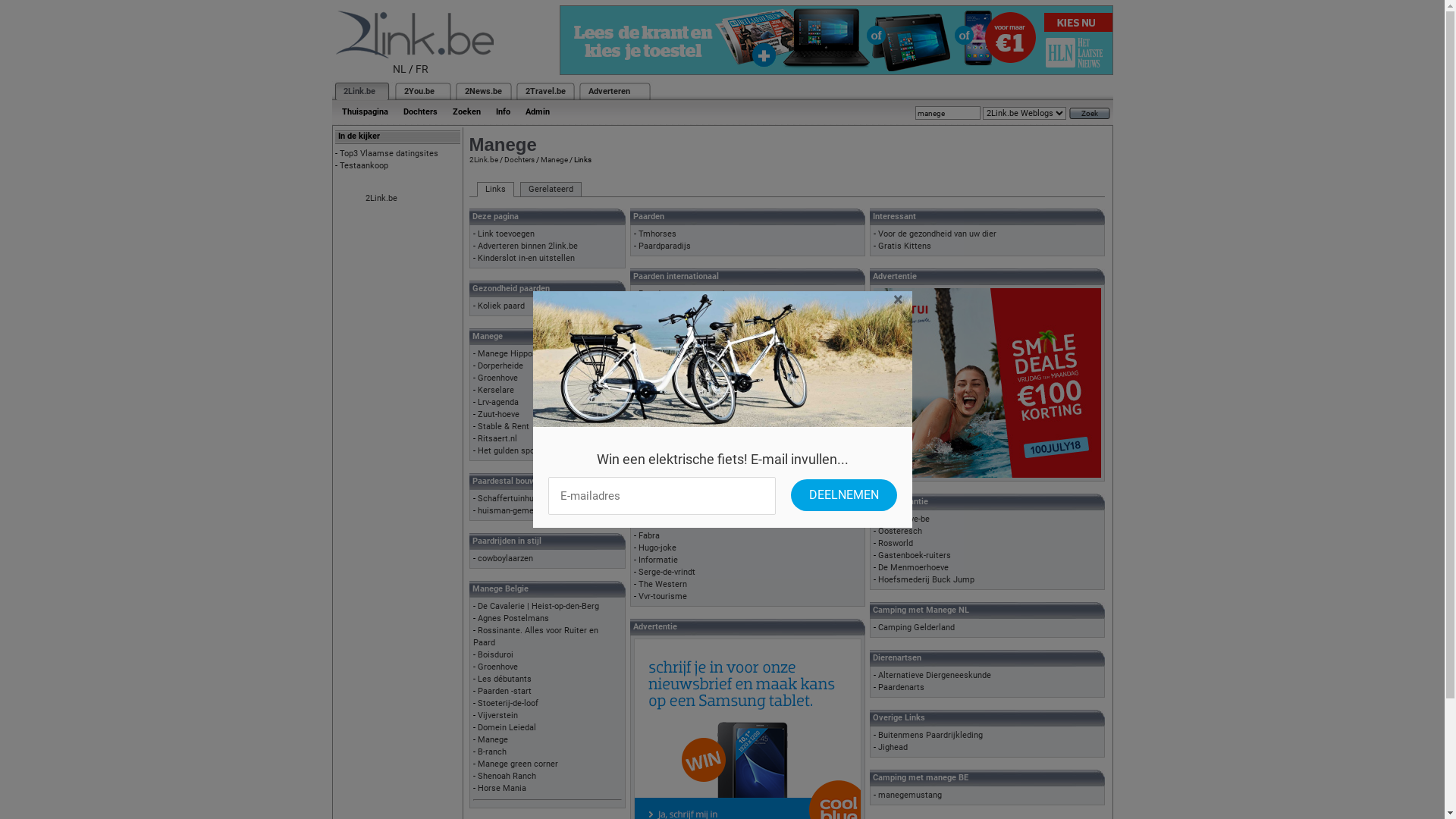  I want to click on 'Horsebox', so click(656, 415).